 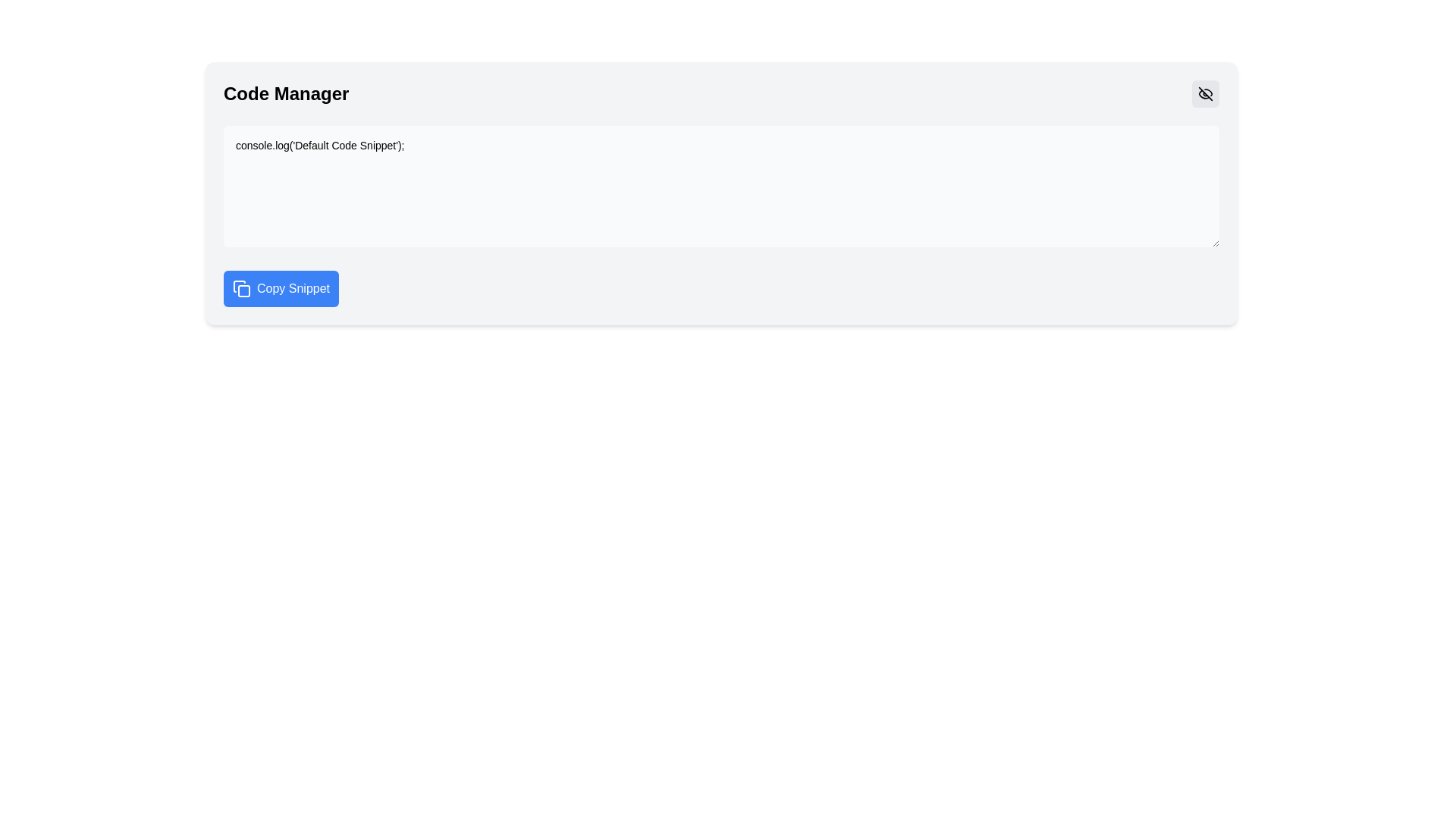 What do you see at coordinates (286, 93) in the screenshot?
I see `the 'Code Manager' text label, which is a bold, large font element located near the top left of the interface` at bounding box center [286, 93].